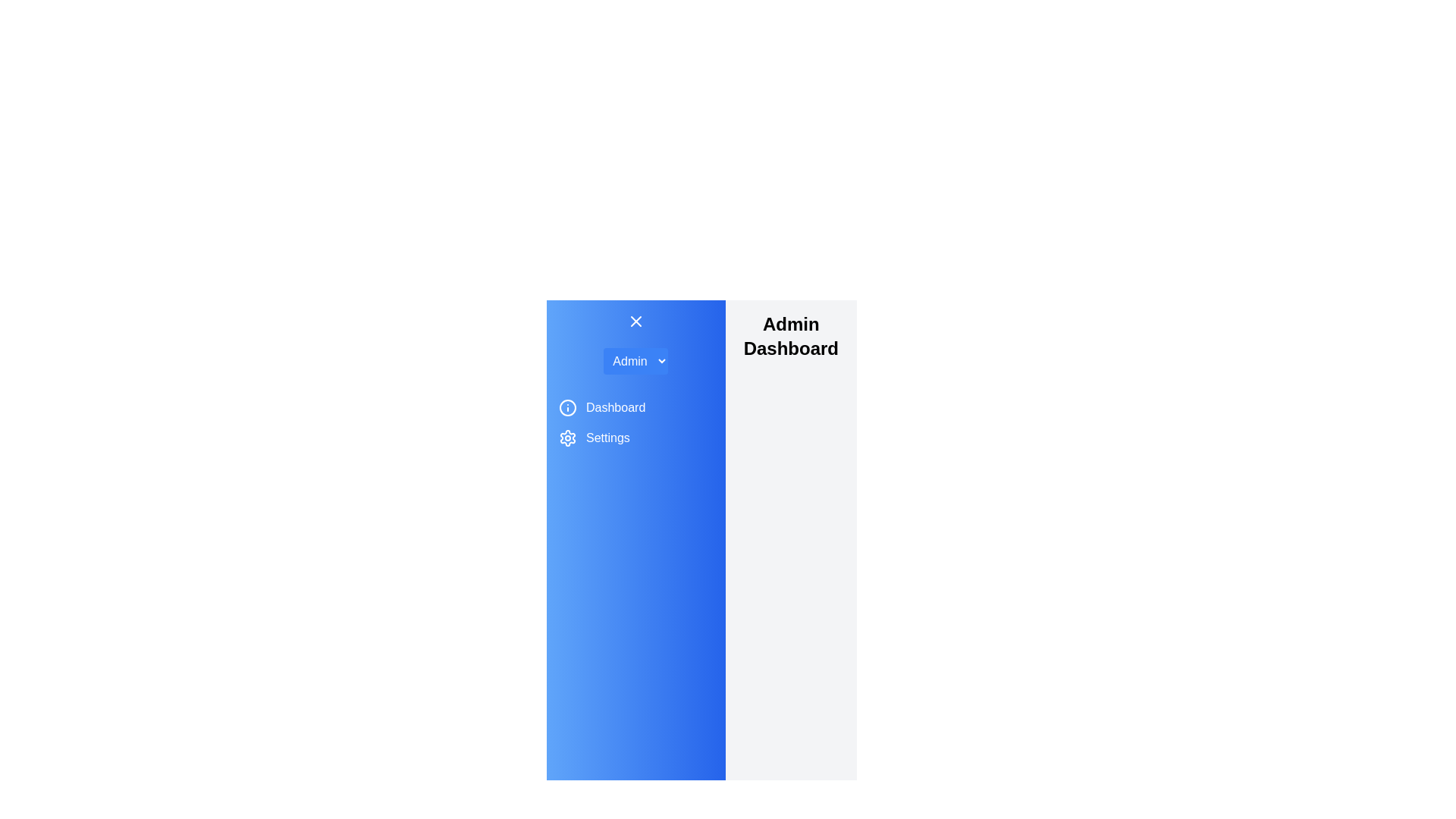 The height and width of the screenshot is (819, 1456). I want to click on the role Editor from the dropdown menu, so click(635, 361).